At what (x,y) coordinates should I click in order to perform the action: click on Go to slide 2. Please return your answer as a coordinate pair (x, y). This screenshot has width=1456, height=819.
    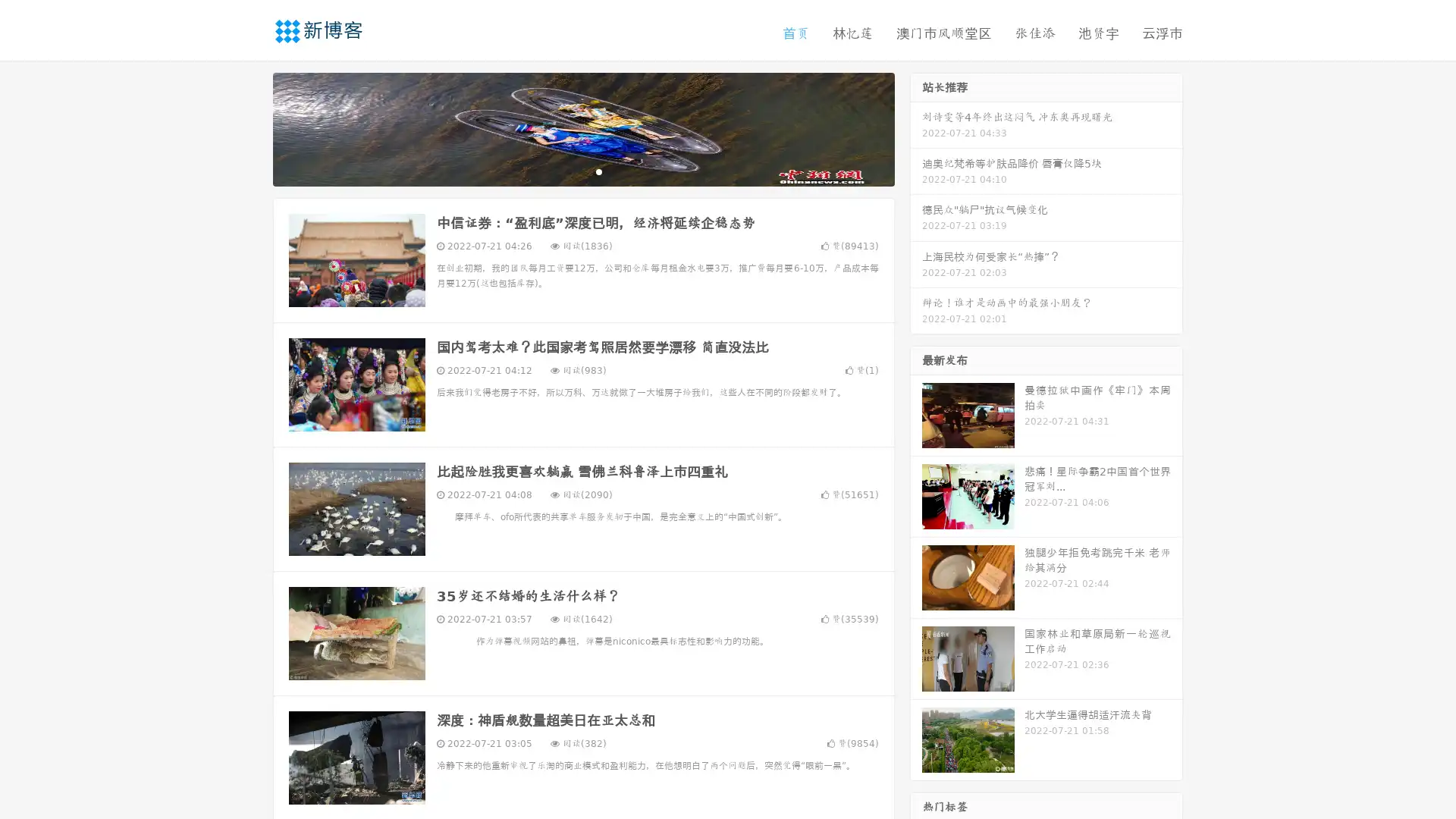
    Looking at the image, I should click on (582, 171).